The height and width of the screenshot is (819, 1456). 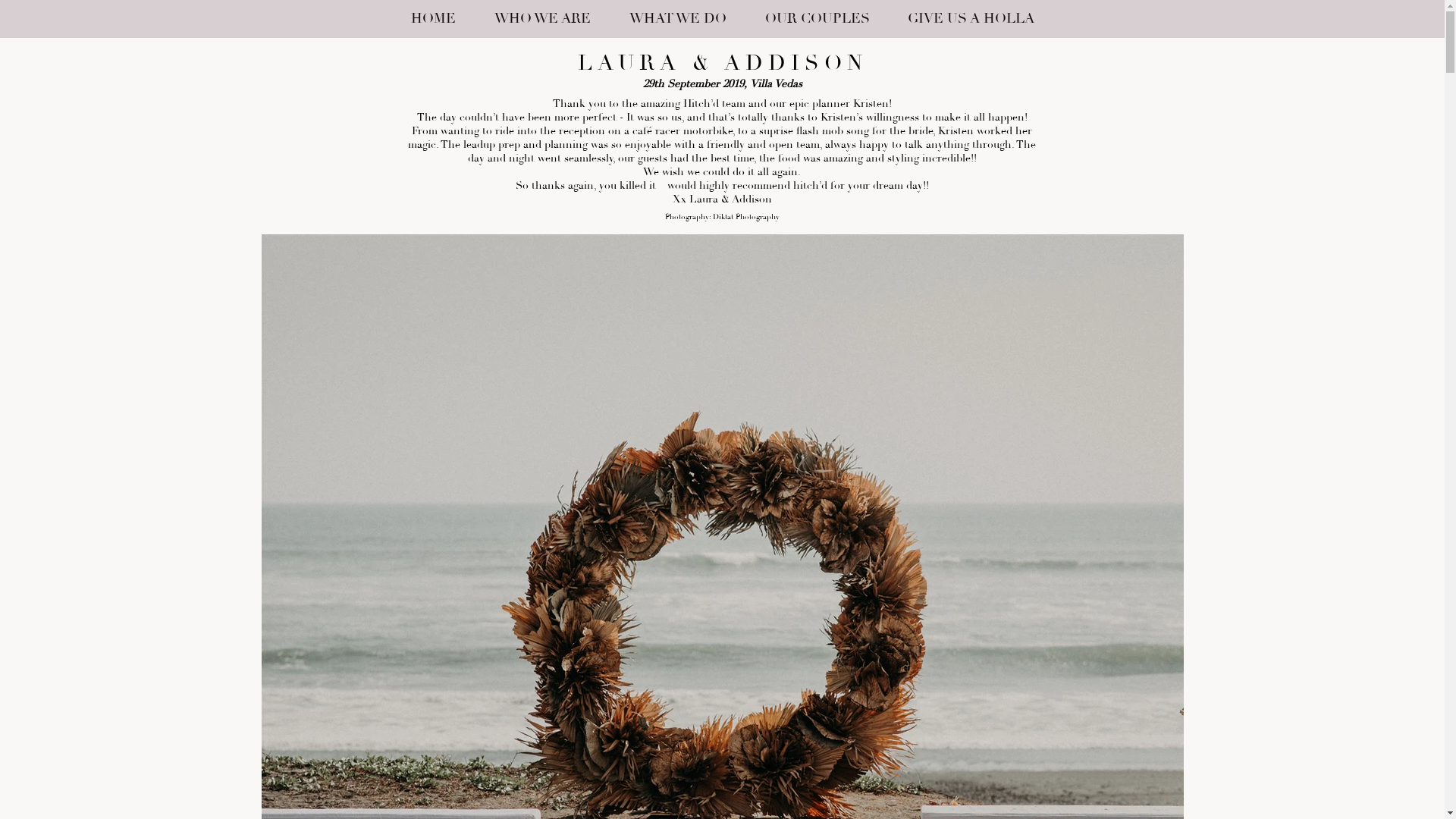 What do you see at coordinates (473, 18) in the screenshot?
I see `'WHO WE ARE'` at bounding box center [473, 18].